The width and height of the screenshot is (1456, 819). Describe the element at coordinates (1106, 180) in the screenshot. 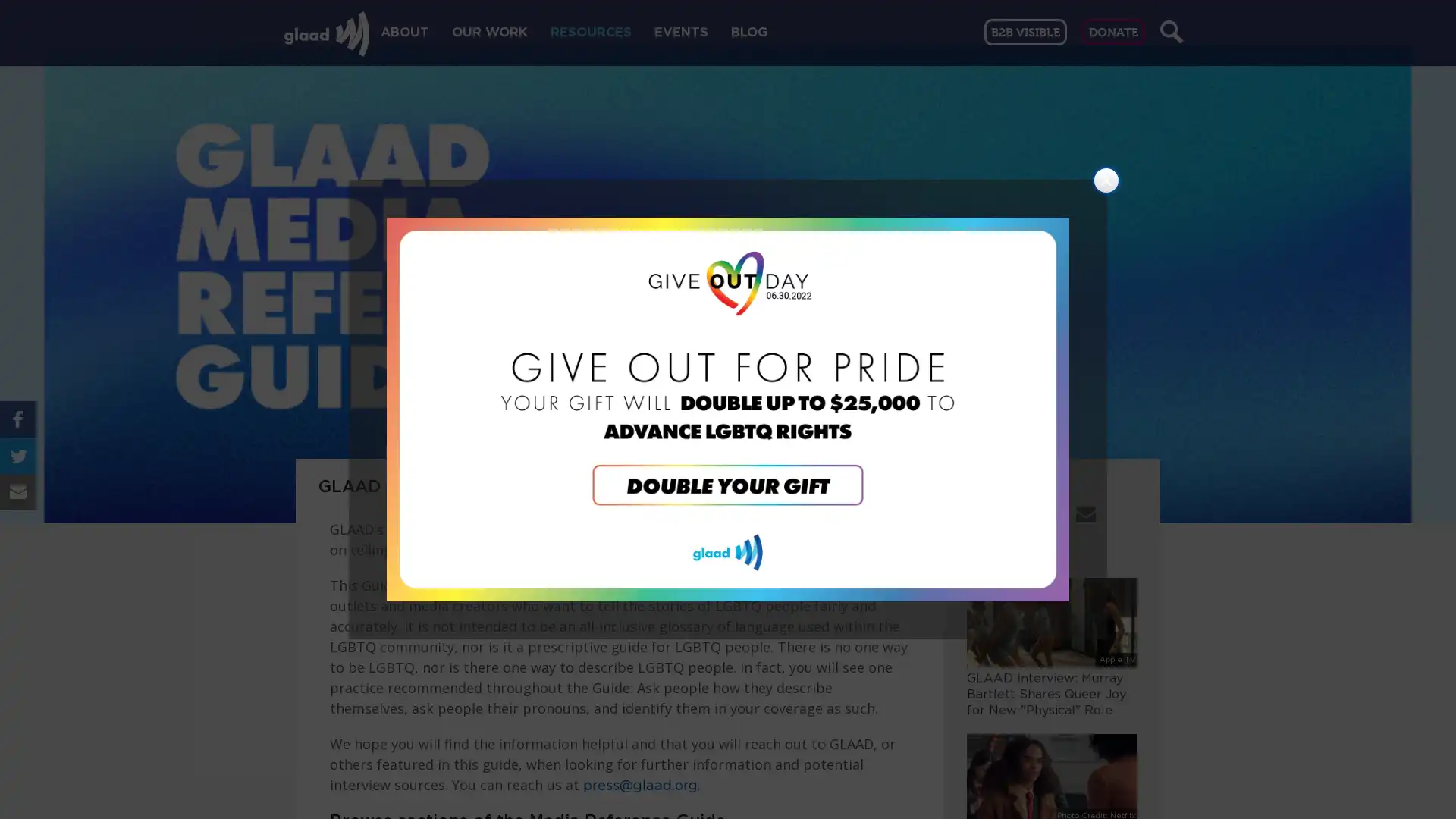

I see `Close` at that location.